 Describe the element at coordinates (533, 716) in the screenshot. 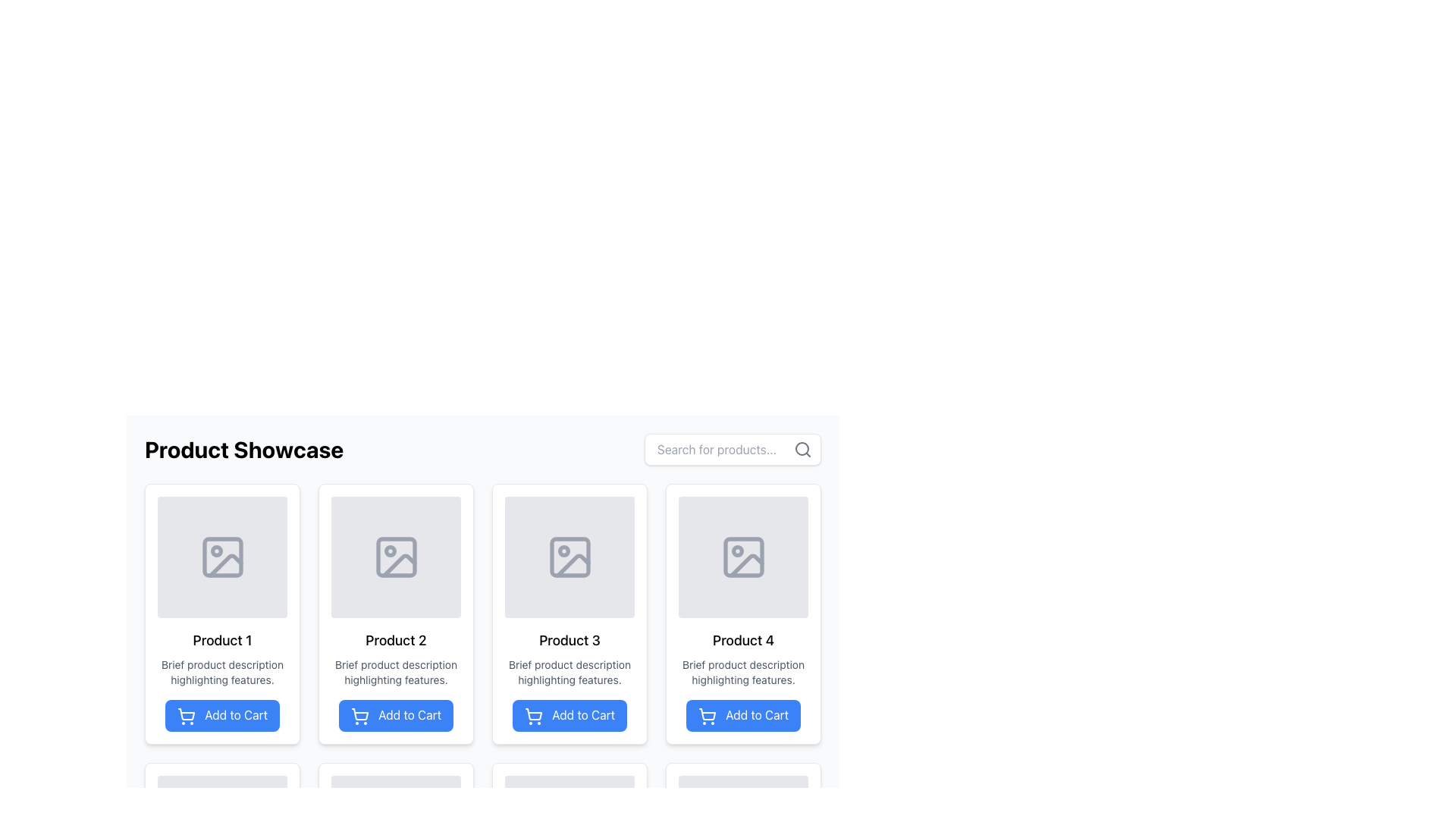

I see `the 'Add to Cart' button associated with the third product card in the 'Product Showcase' section, which contains an icon representing the action of adding a product to the cart` at that location.